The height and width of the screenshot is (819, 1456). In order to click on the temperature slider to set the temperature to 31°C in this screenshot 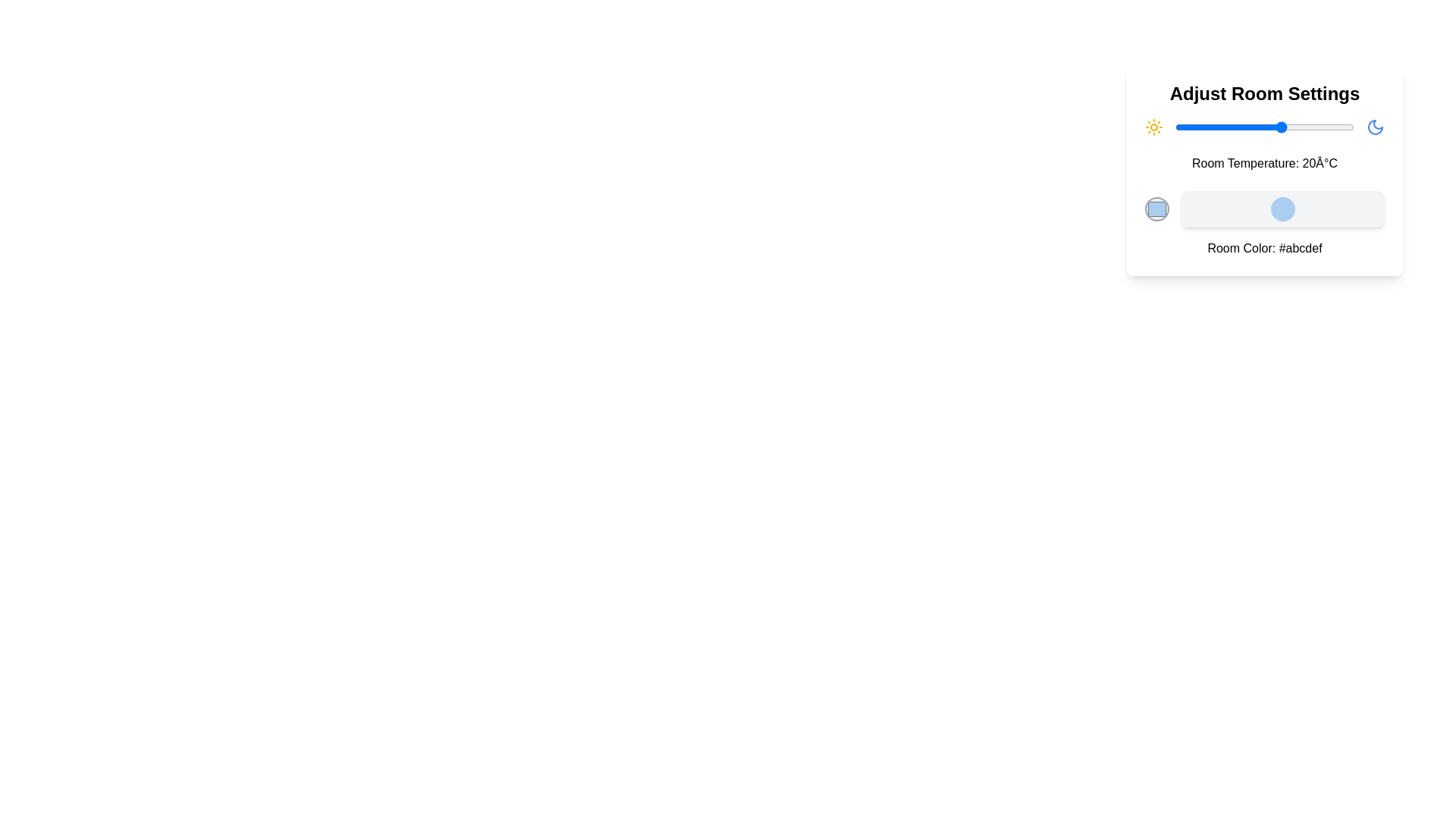, I will do `click(1321, 127)`.